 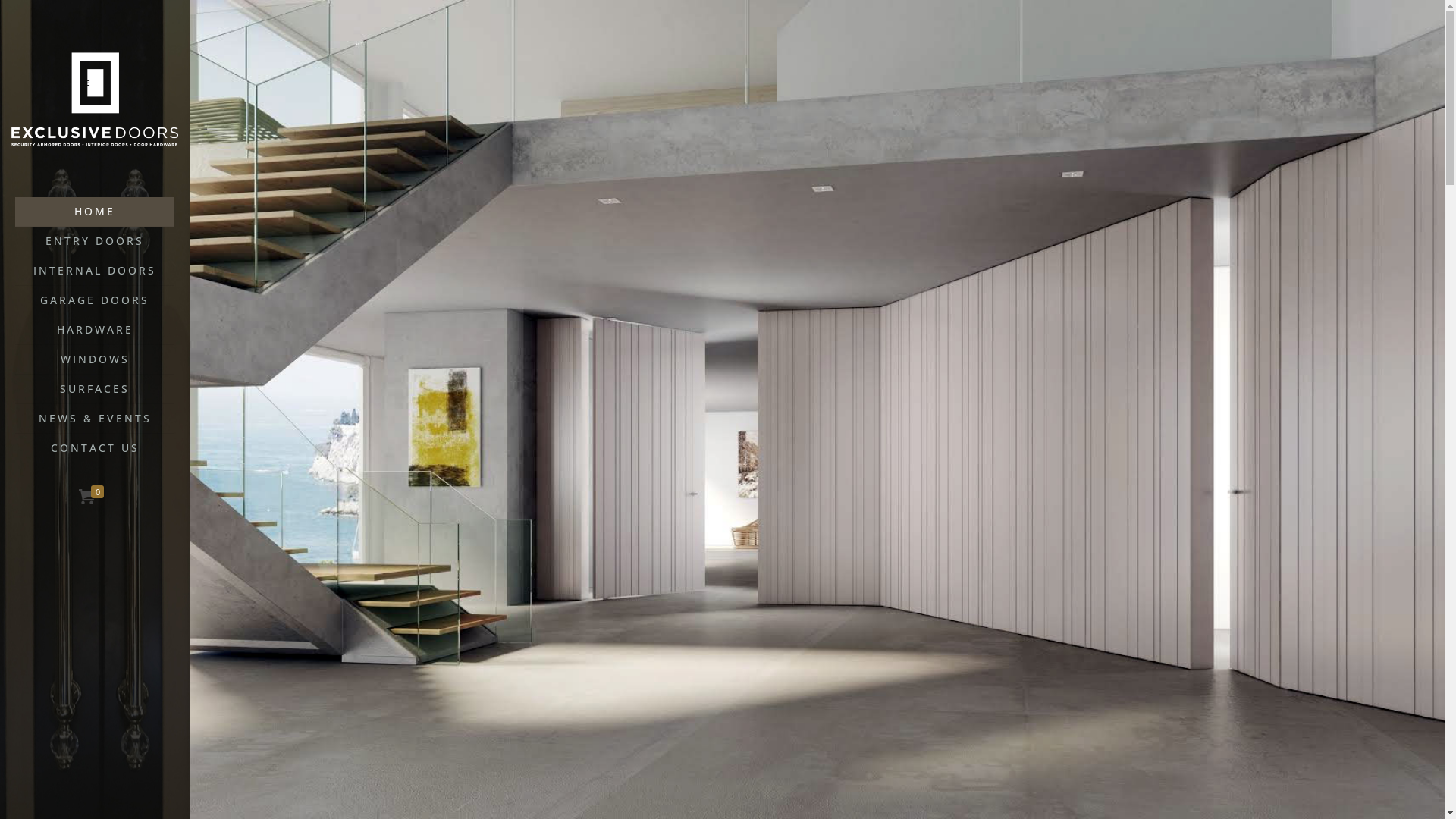 I want to click on 'INTERNAL DOORS', so click(x=93, y=270).